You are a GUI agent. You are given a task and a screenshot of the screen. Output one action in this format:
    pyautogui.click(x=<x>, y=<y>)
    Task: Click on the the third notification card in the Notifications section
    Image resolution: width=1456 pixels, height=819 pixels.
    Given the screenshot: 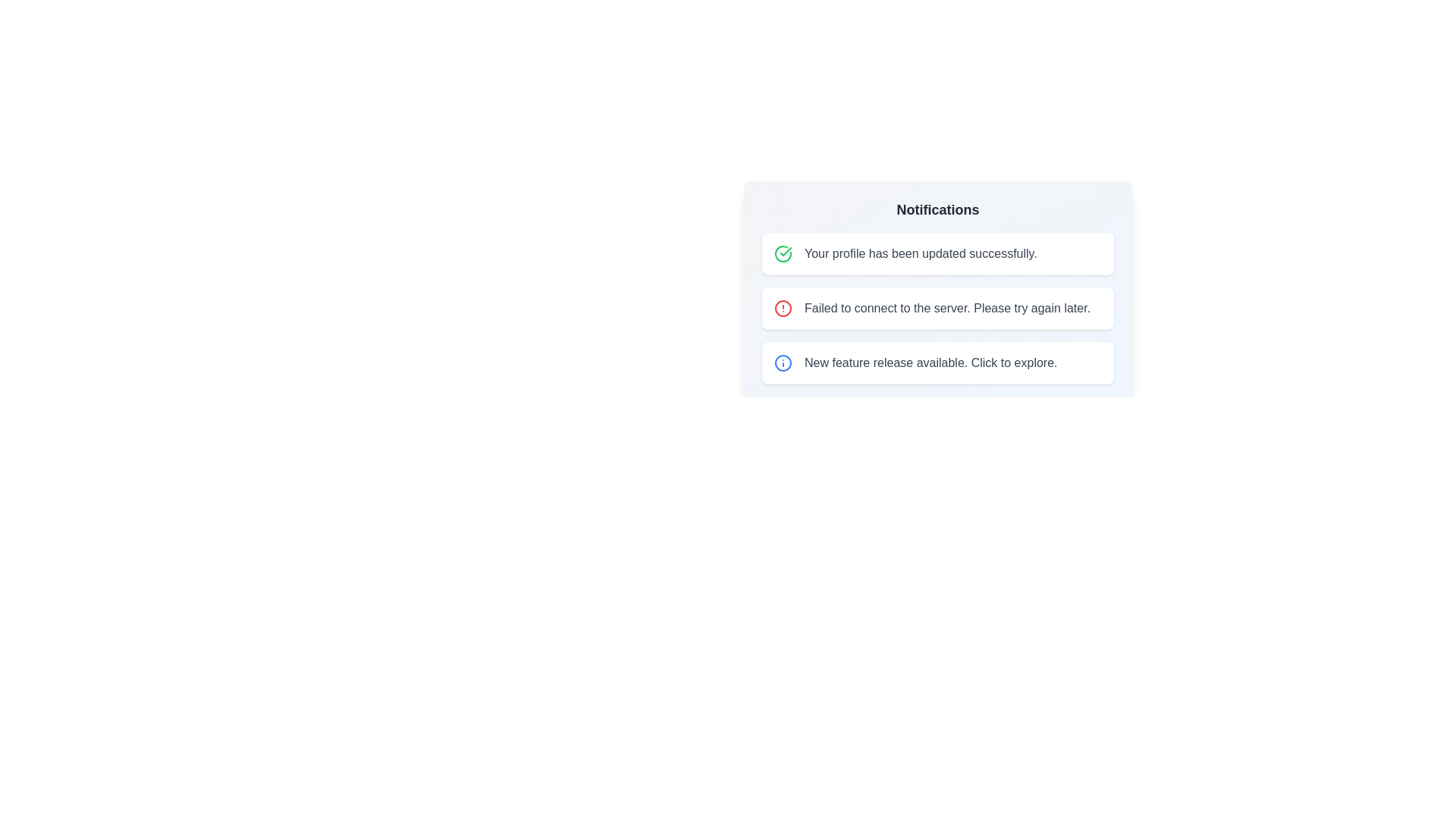 What is the action you would take?
    pyautogui.click(x=937, y=362)
    